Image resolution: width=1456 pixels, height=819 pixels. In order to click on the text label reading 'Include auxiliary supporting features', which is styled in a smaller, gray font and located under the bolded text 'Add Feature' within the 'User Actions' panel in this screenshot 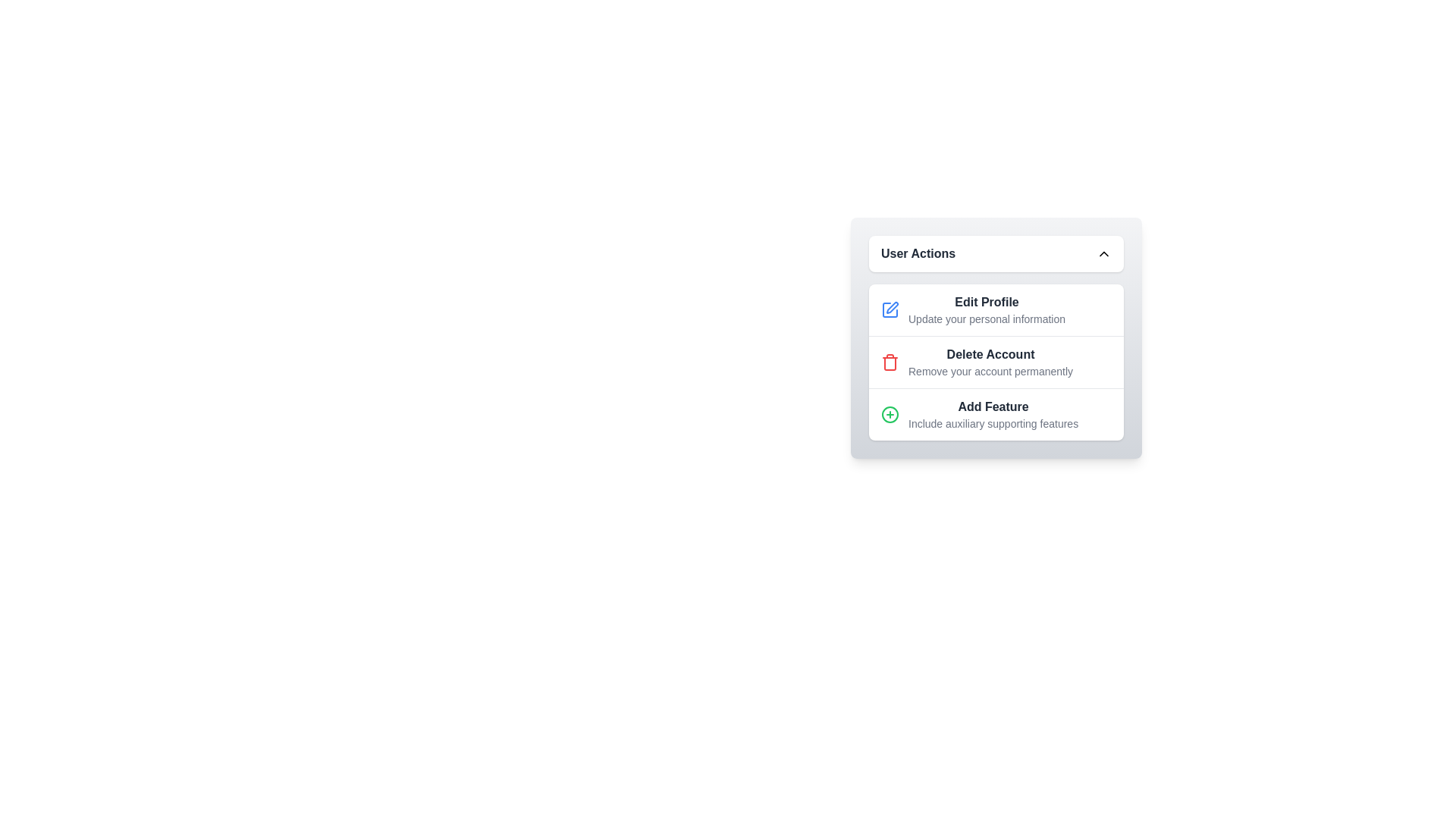, I will do `click(993, 424)`.